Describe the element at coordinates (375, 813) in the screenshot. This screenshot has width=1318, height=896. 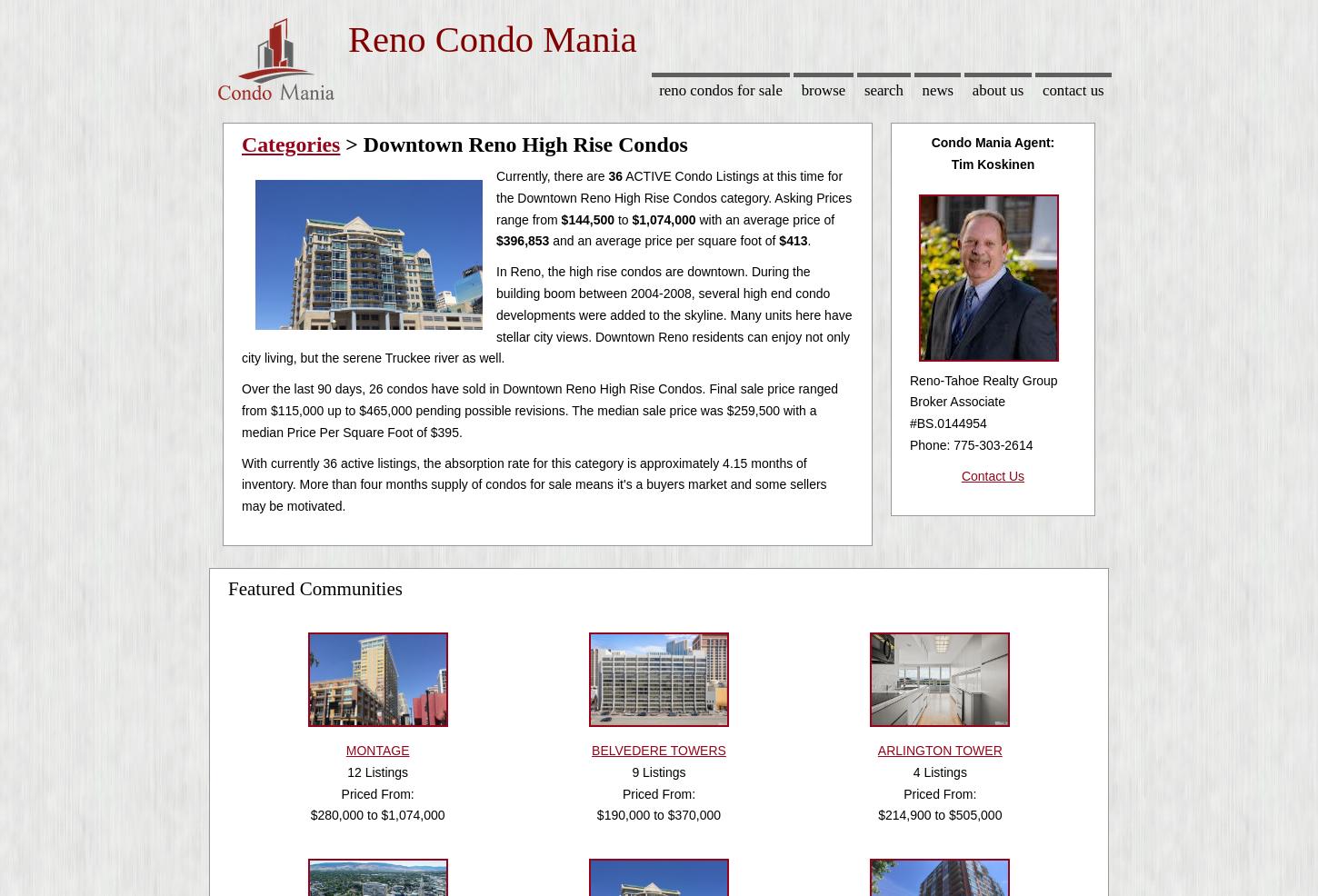
I see `'$280,000 to $1,074,000'` at that location.